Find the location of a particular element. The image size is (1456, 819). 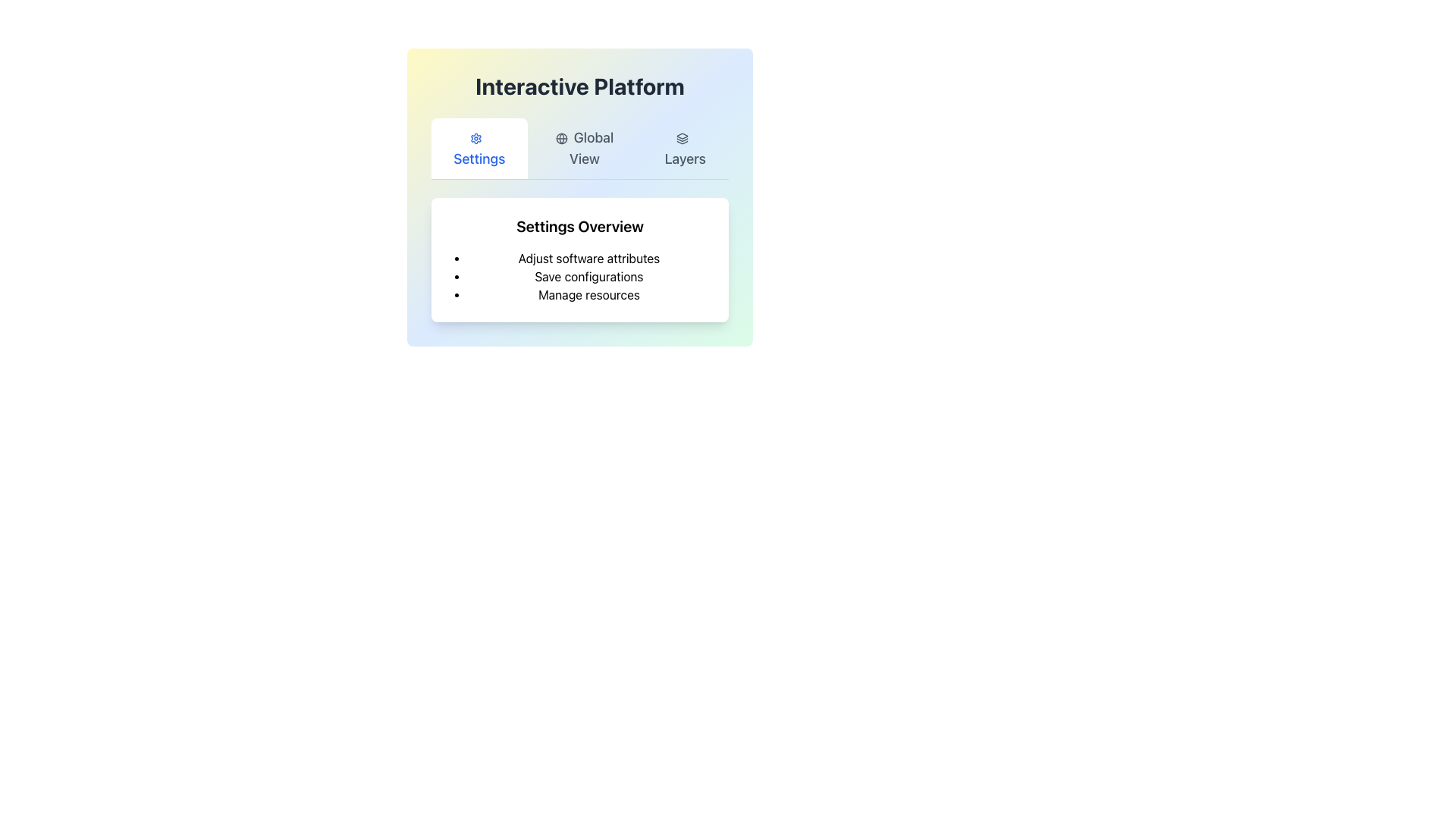

the 'Global View' navigation tab, which is the second tab in a row of three is located at coordinates (579, 149).